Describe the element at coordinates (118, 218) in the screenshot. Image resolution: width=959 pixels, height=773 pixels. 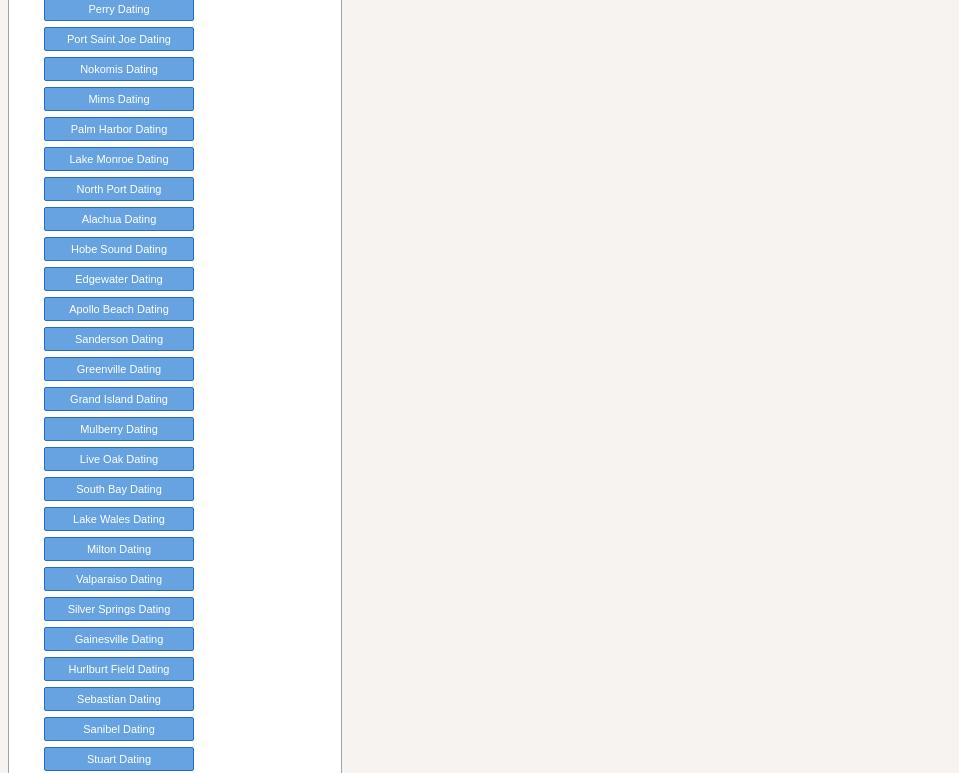
I see `'Alachua Dating'` at that location.